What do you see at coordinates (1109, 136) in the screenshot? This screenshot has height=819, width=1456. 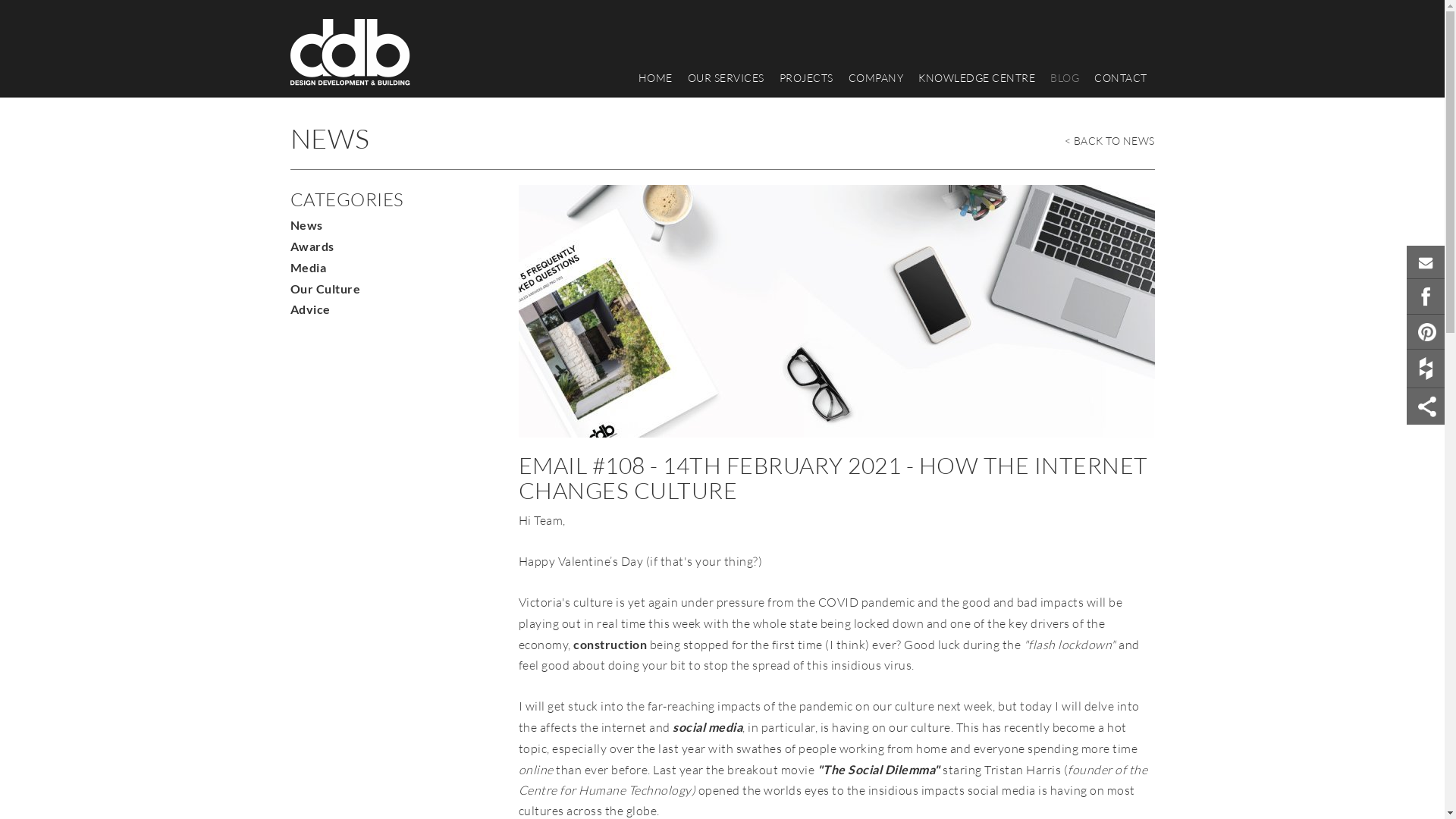 I see `'< BACK TO NEWS'` at bounding box center [1109, 136].